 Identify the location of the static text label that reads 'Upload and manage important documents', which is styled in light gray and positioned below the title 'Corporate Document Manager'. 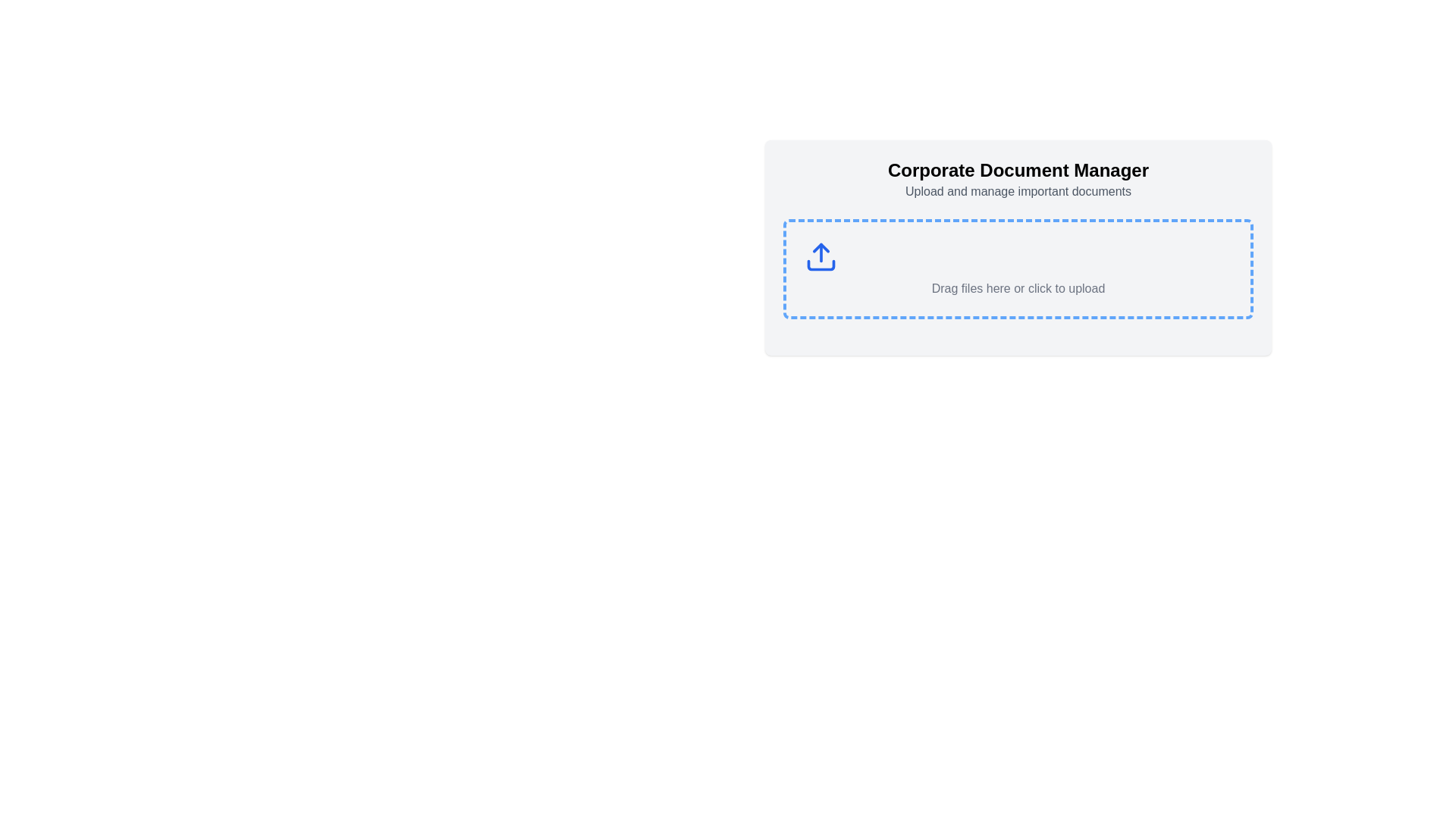
(1018, 191).